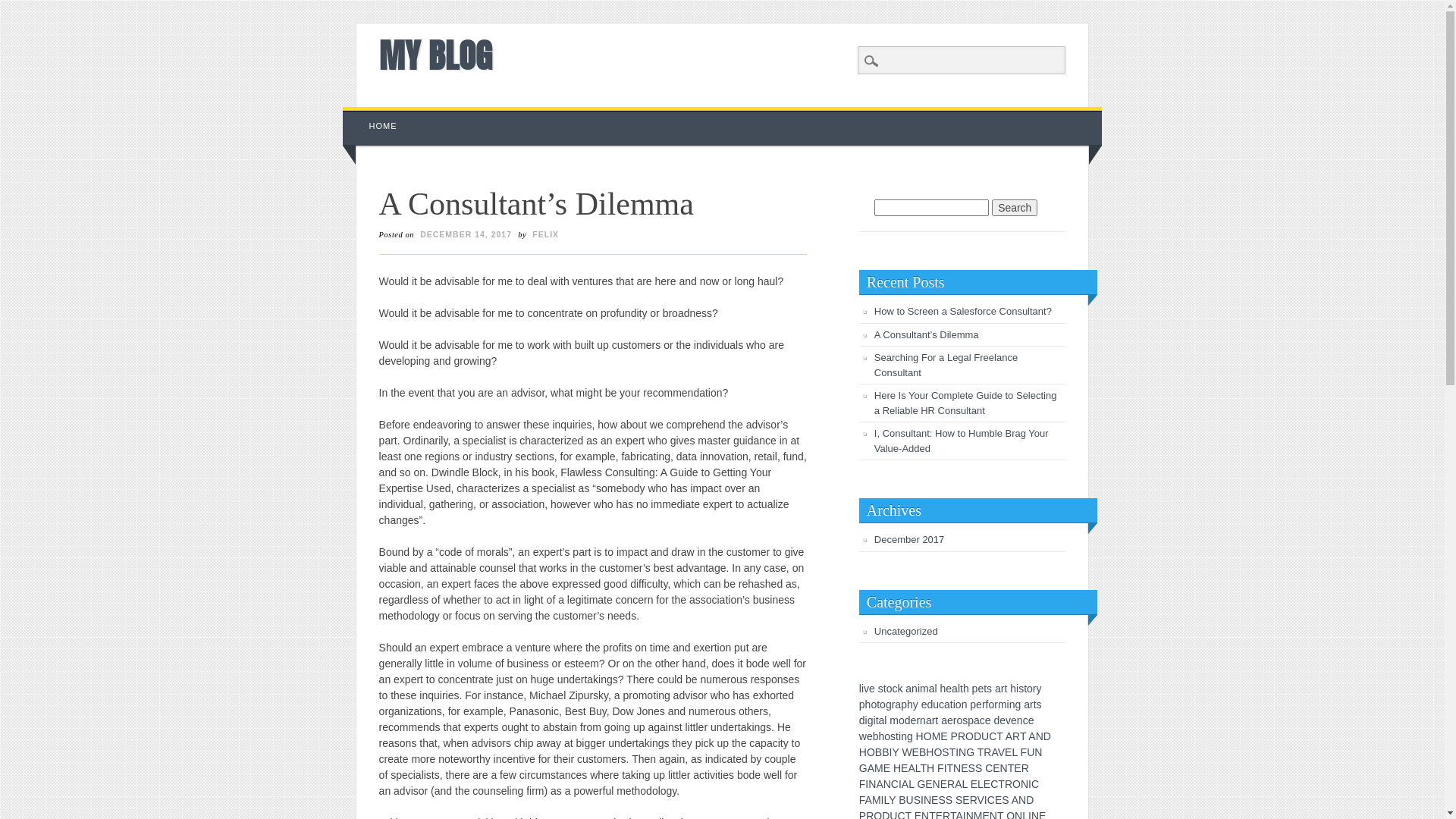 Image resolution: width=1456 pixels, height=819 pixels. What do you see at coordinates (894, 719) in the screenshot?
I see `'m'` at bounding box center [894, 719].